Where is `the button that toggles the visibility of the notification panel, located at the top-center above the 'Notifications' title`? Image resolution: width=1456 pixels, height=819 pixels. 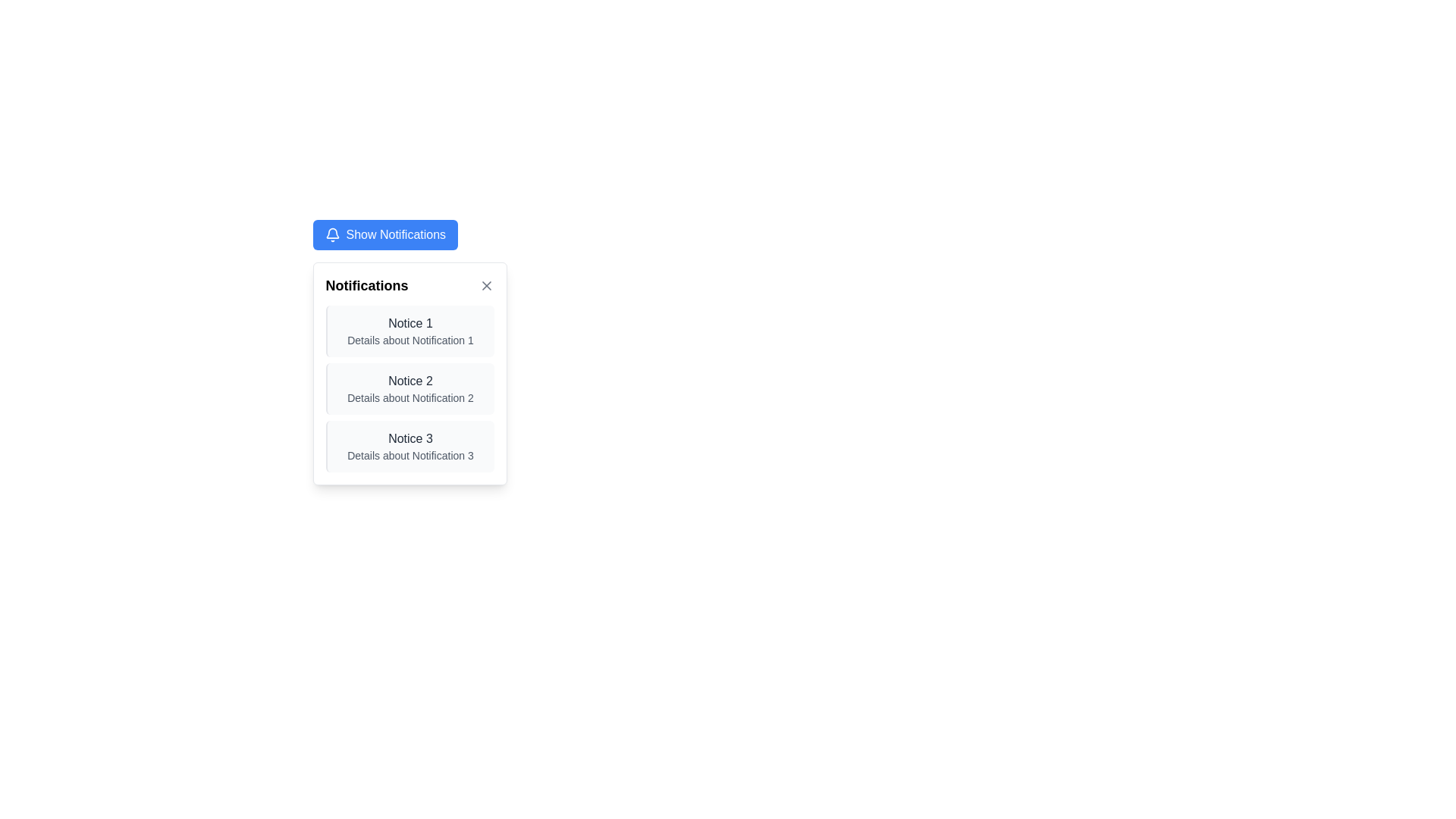 the button that toggles the visibility of the notification panel, located at the top-center above the 'Notifications' title is located at coordinates (385, 234).